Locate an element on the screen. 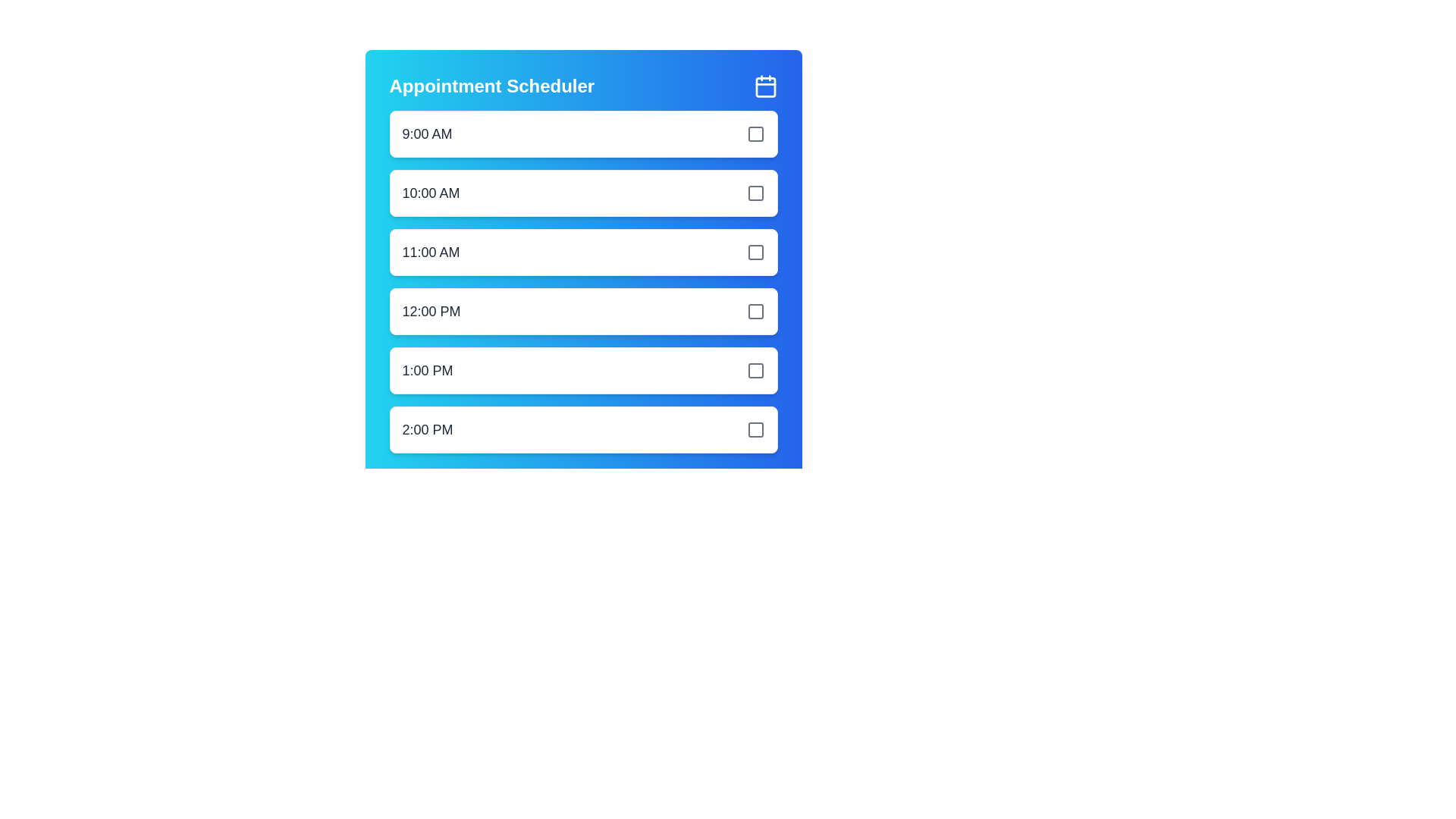  the time slot 11:00 AM by clicking on its corresponding interactive element is located at coordinates (582, 251).